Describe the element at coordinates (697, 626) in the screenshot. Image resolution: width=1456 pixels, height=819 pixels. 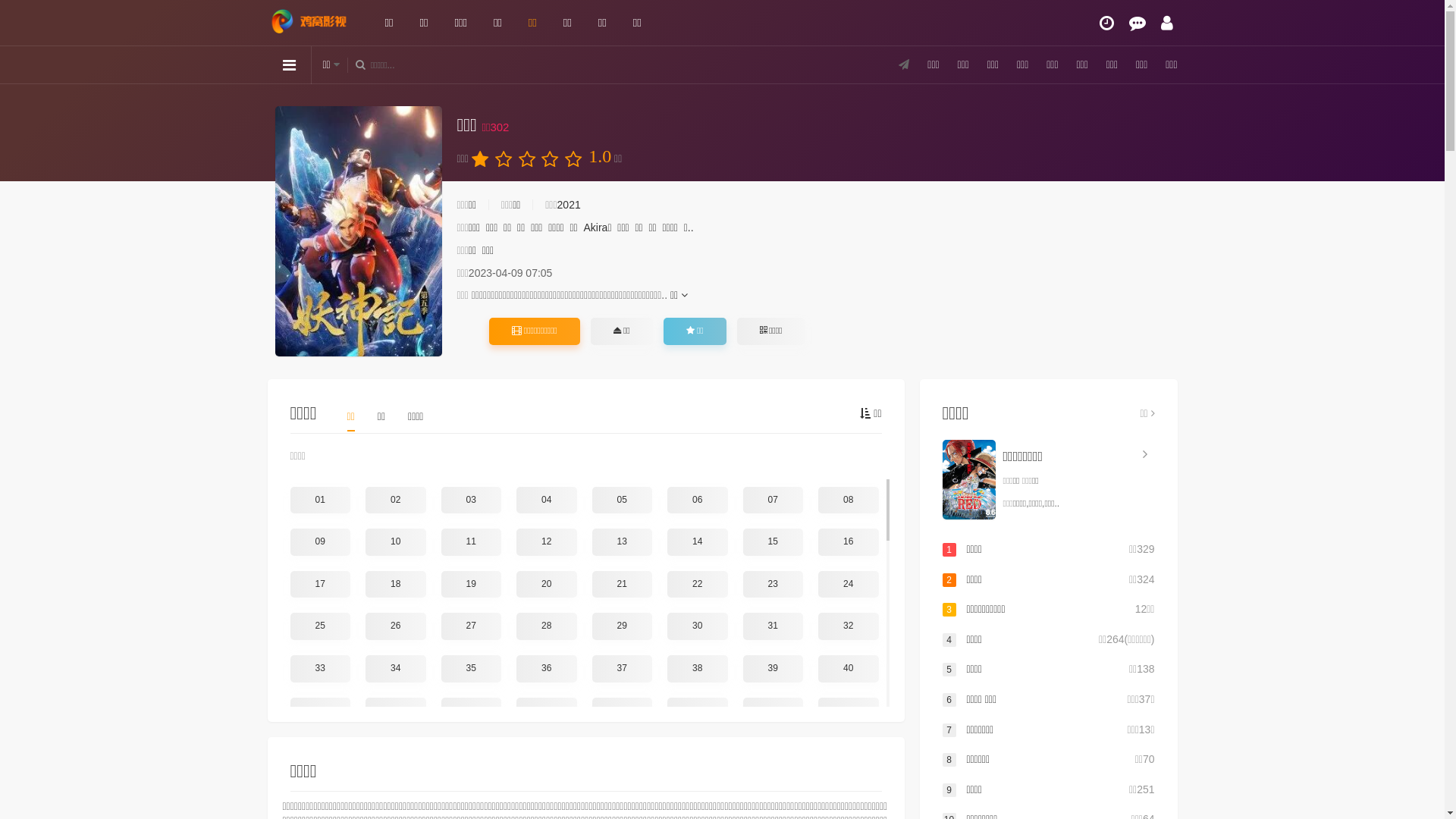
I see `'30'` at that location.